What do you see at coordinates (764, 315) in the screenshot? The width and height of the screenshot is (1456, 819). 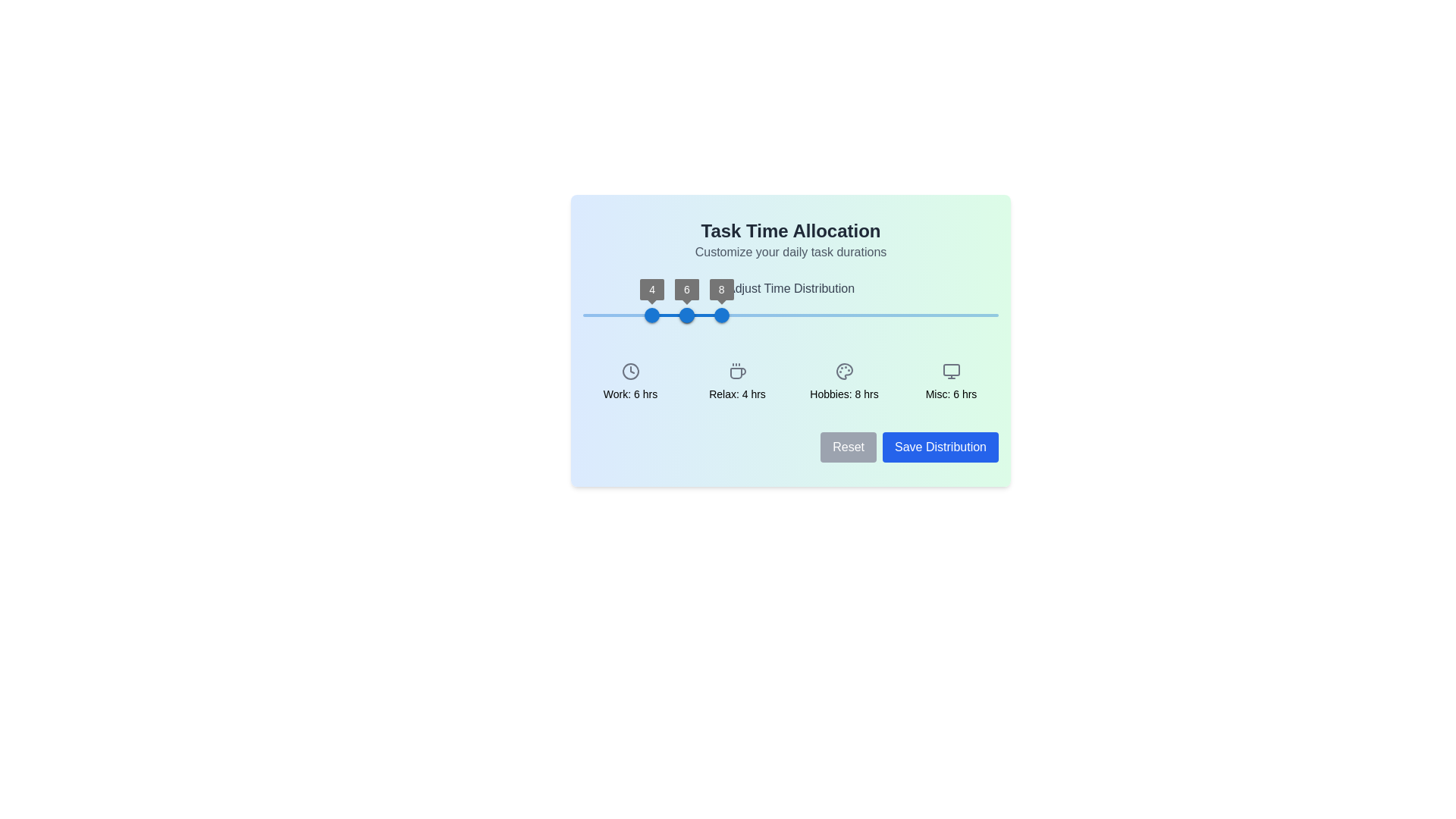 I see `the slider value` at bounding box center [764, 315].